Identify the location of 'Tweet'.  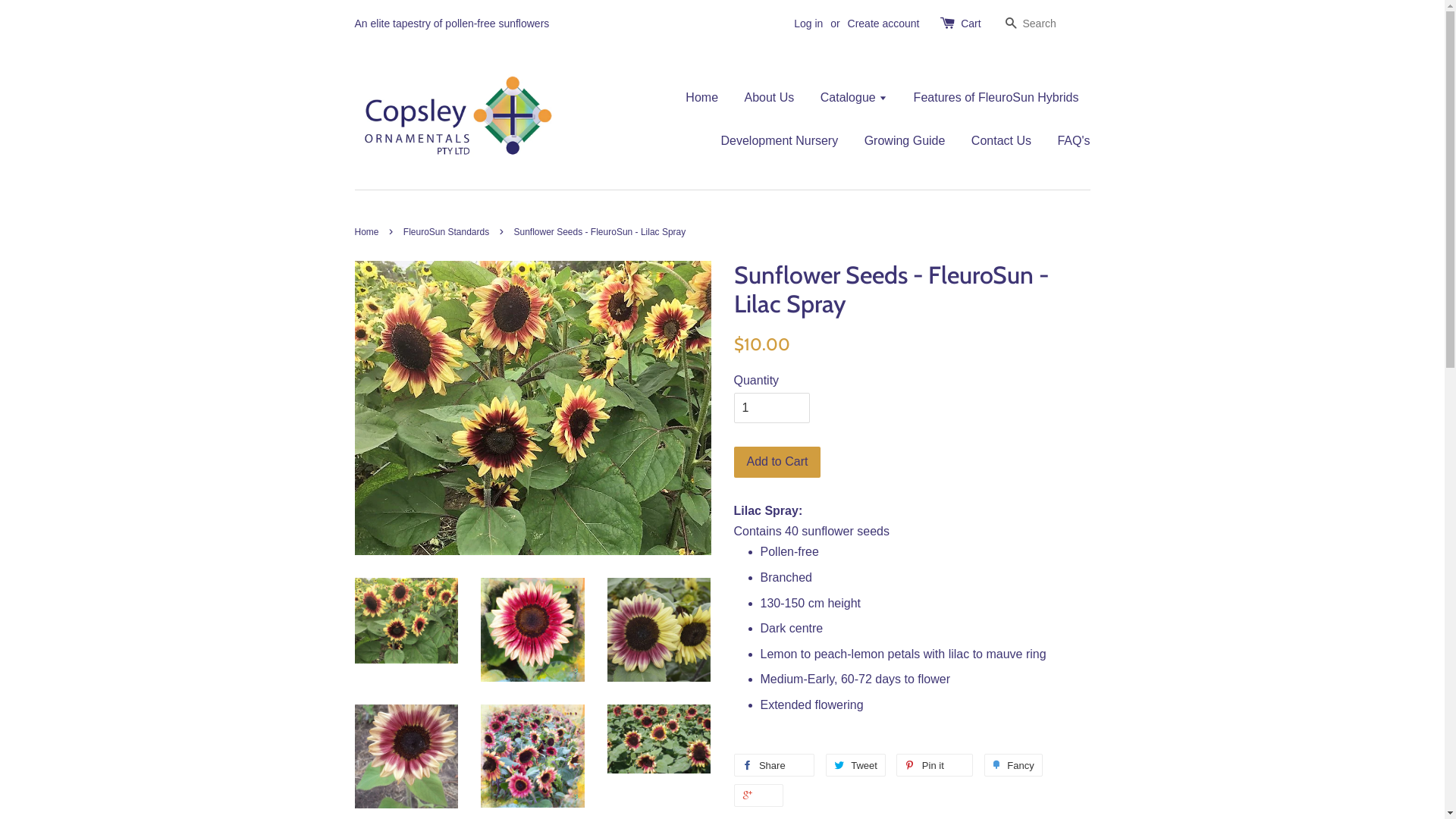
(825, 765).